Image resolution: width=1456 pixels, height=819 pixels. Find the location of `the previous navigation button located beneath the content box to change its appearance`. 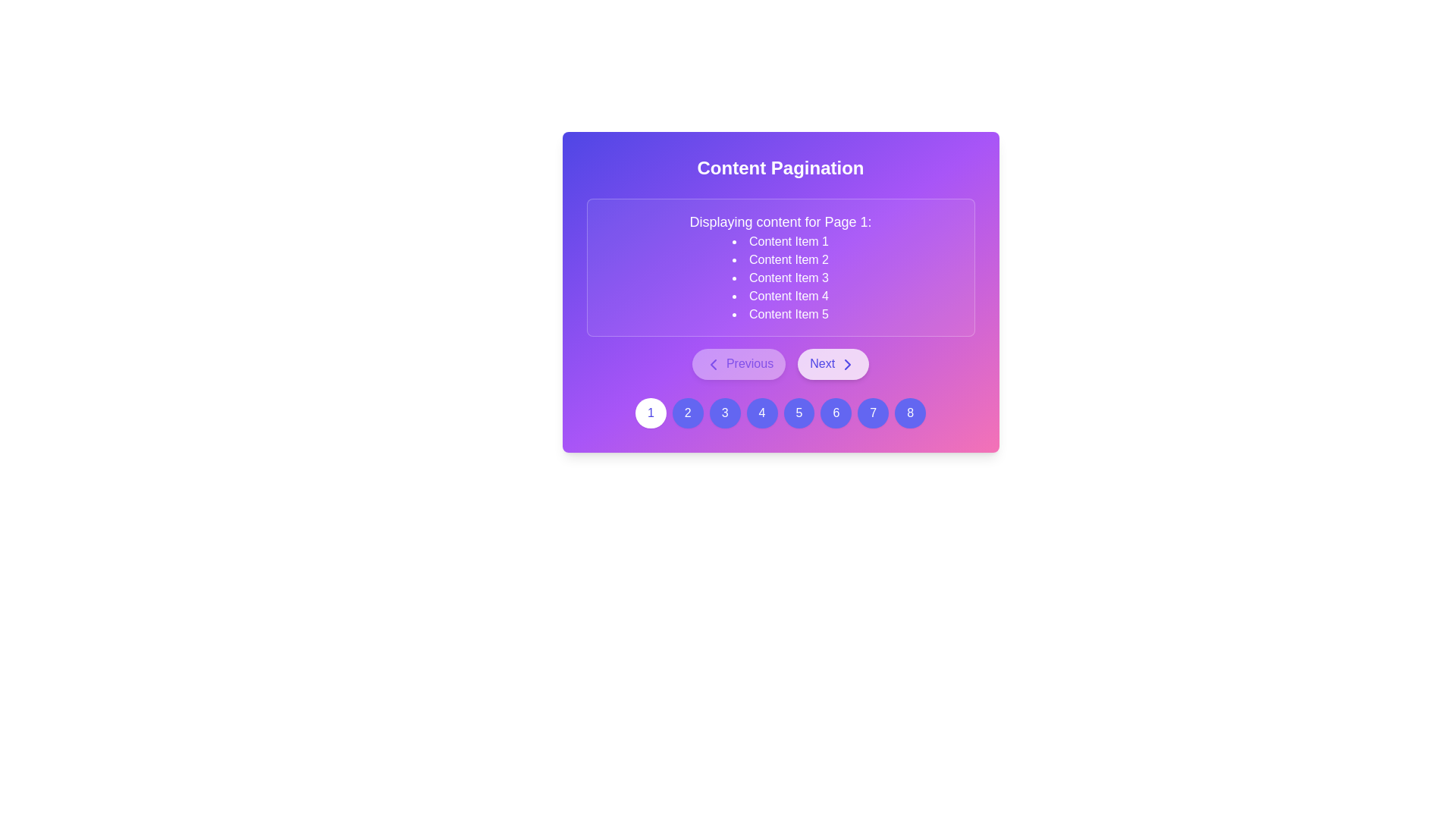

the previous navigation button located beneath the content box to change its appearance is located at coordinates (739, 364).